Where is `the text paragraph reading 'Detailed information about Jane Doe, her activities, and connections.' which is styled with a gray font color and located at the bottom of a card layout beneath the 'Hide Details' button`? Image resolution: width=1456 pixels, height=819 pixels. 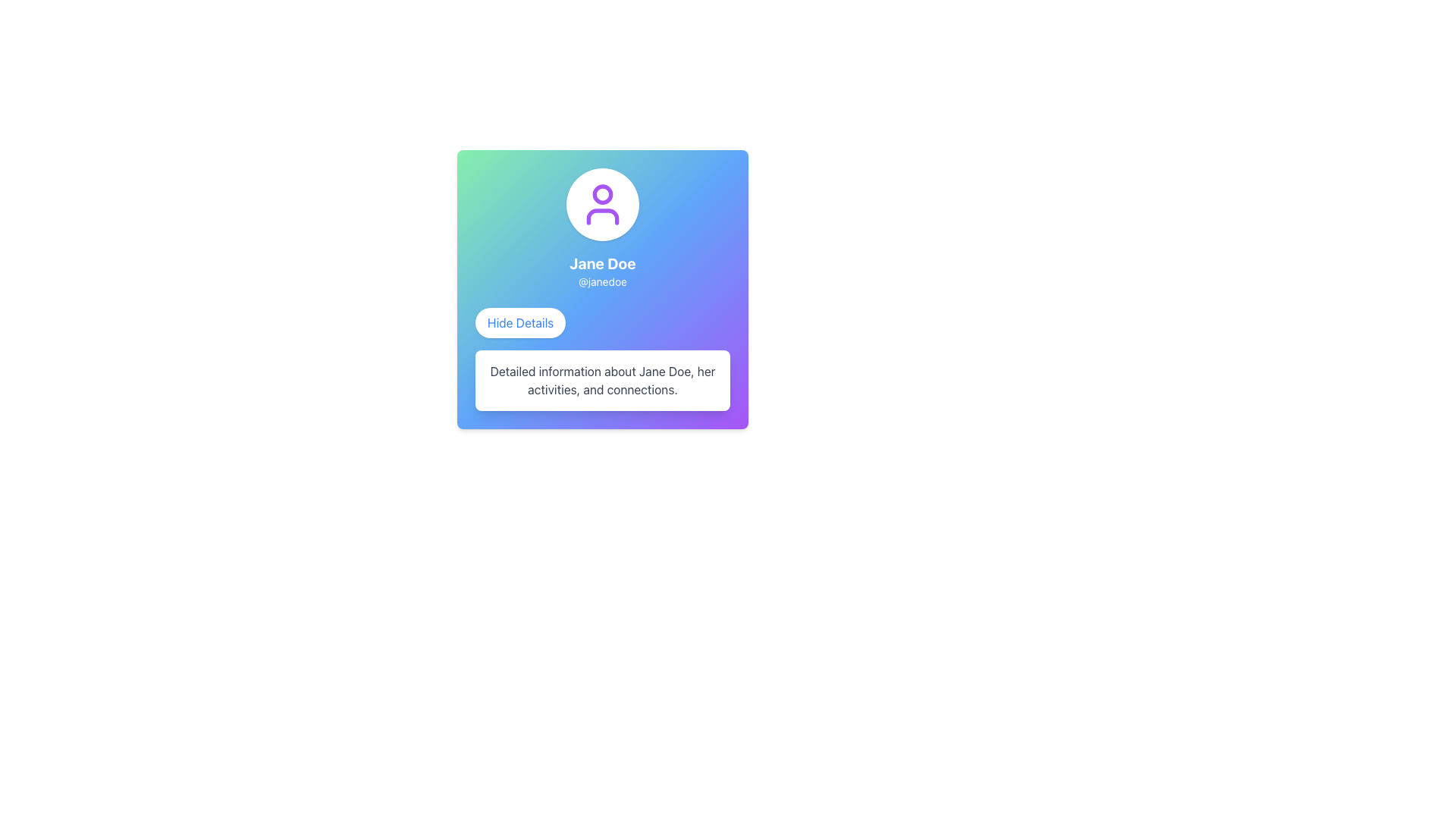
the text paragraph reading 'Detailed information about Jane Doe, her activities, and connections.' which is styled with a gray font color and located at the bottom of a card layout beneath the 'Hide Details' button is located at coordinates (602, 379).